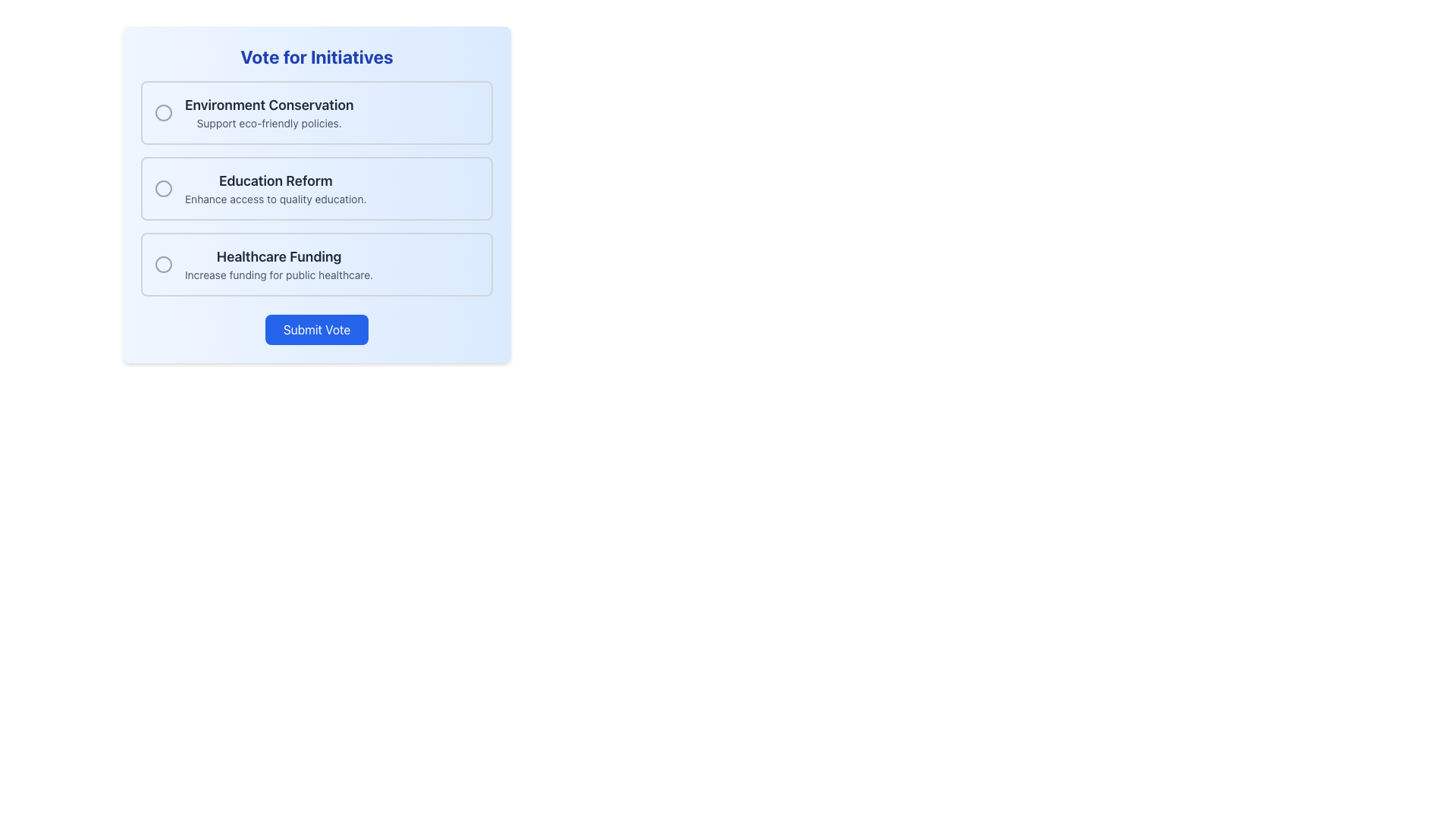 The height and width of the screenshot is (819, 1456). I want to click on the label text that reads 'Support eco-friendly policies.' which is located below the heading 'Environment Conservation' in the voting interface, so click(269, 122).